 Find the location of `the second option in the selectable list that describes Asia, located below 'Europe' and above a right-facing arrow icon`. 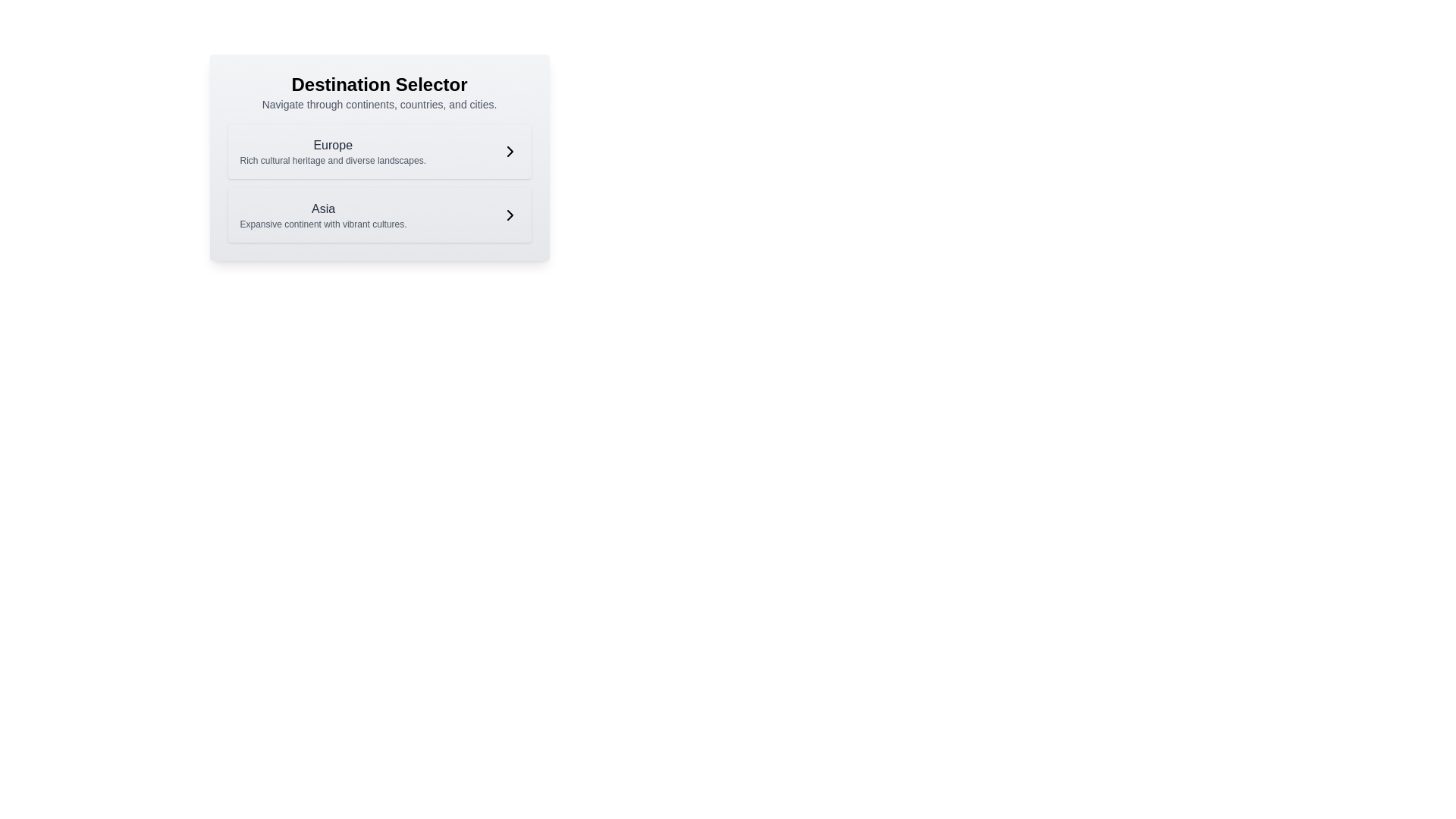

the second option in the selectable list that describes Asia, located below 'Europe' and above a right-facing arrow icon is located at coordinates (322, 215).